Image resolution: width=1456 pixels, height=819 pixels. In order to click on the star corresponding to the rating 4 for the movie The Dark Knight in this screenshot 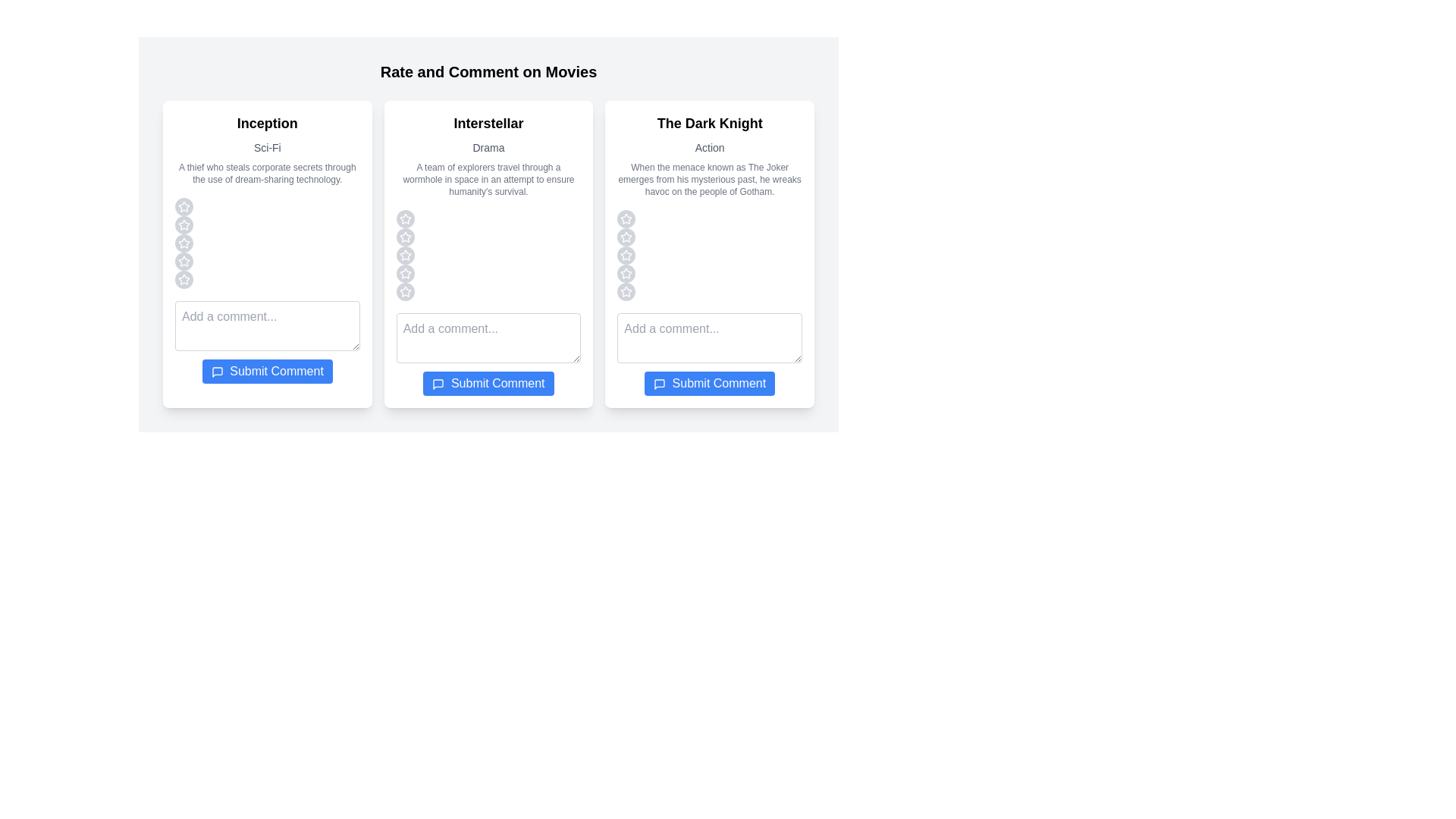, I will do `click(626, 274)`.